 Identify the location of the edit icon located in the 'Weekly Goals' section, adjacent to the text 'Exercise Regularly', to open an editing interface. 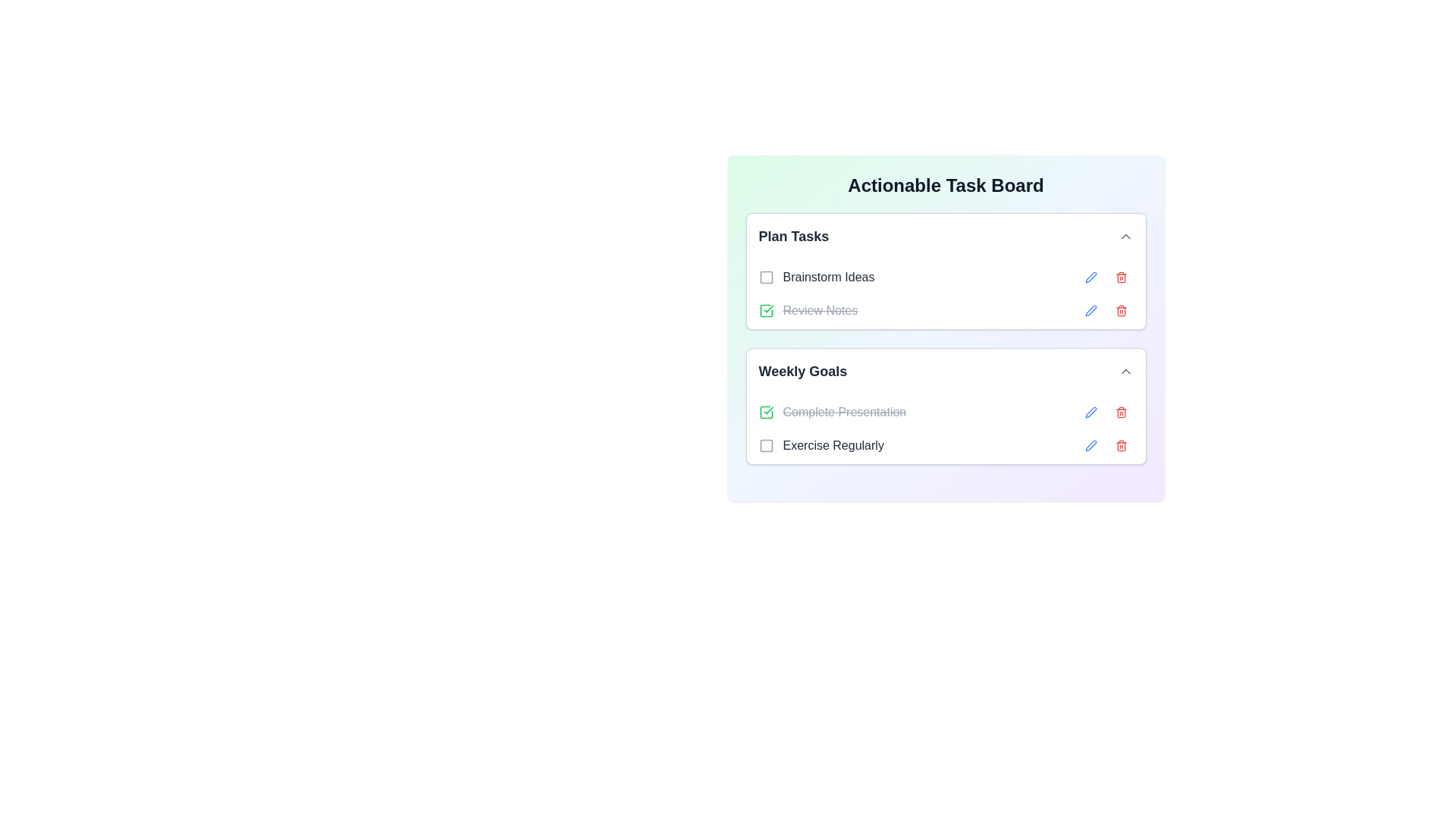
(1090, 444).